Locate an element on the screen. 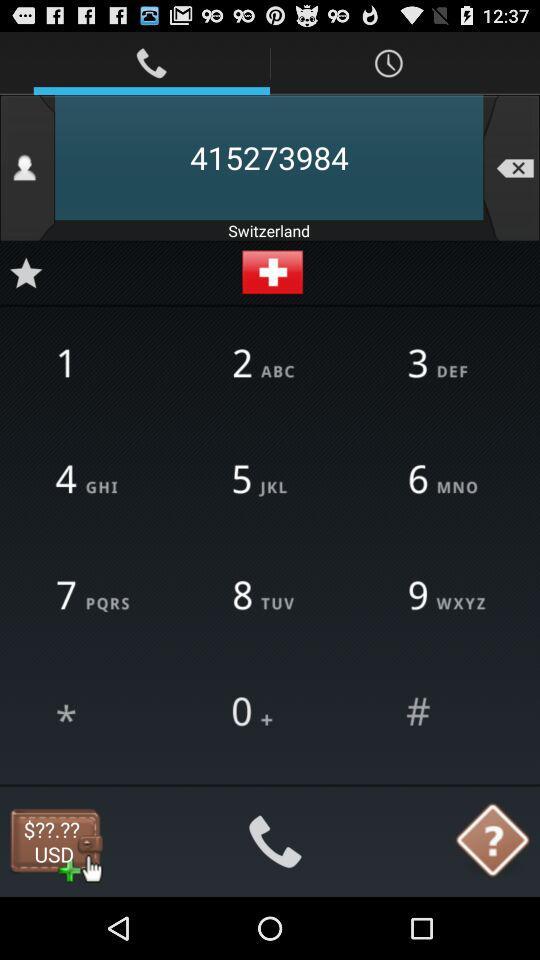 The image size is (540, 960). the star icon is located at coordinates (25, 290).